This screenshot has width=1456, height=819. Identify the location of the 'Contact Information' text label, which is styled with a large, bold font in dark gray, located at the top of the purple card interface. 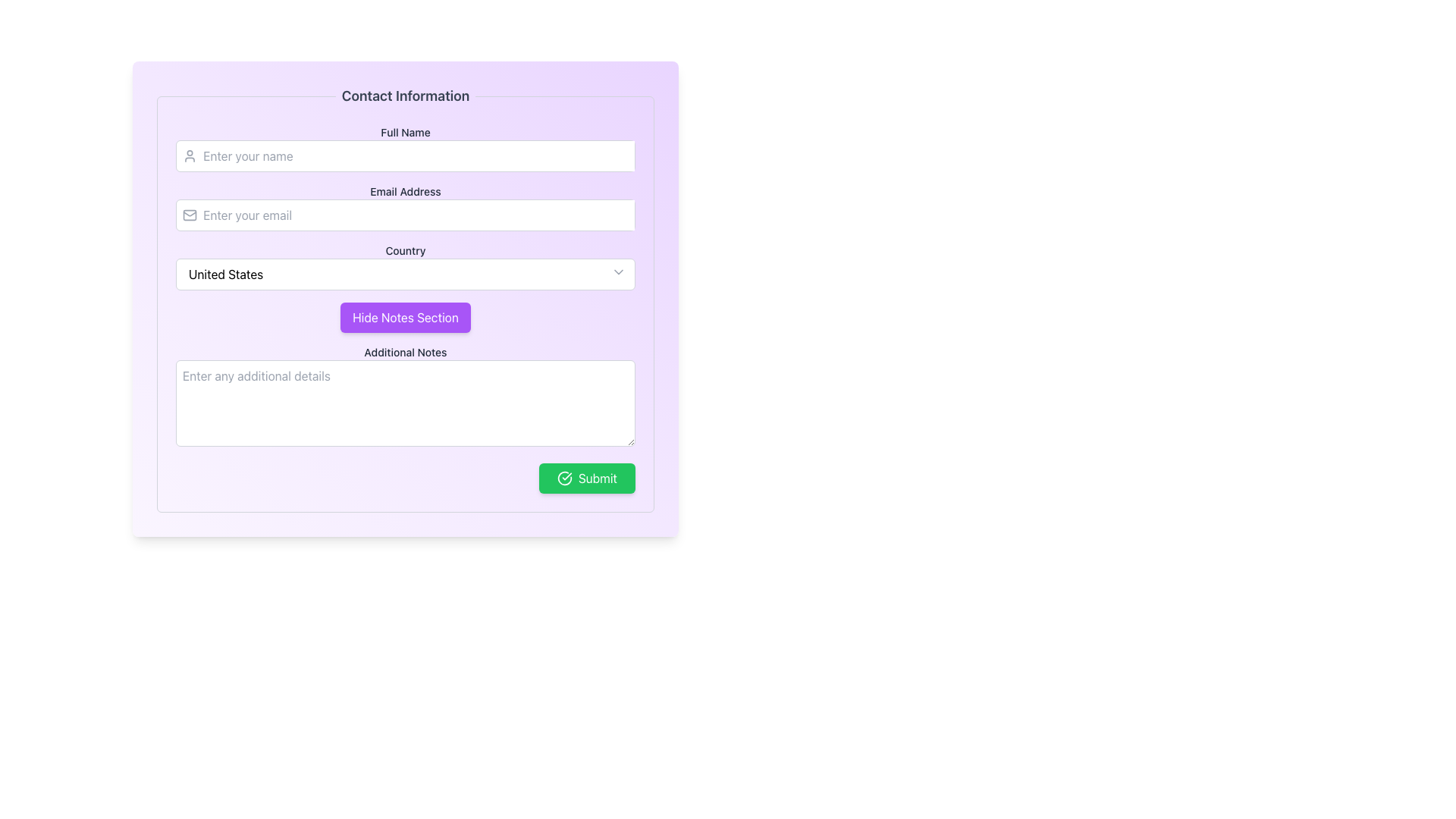
(405, 96).